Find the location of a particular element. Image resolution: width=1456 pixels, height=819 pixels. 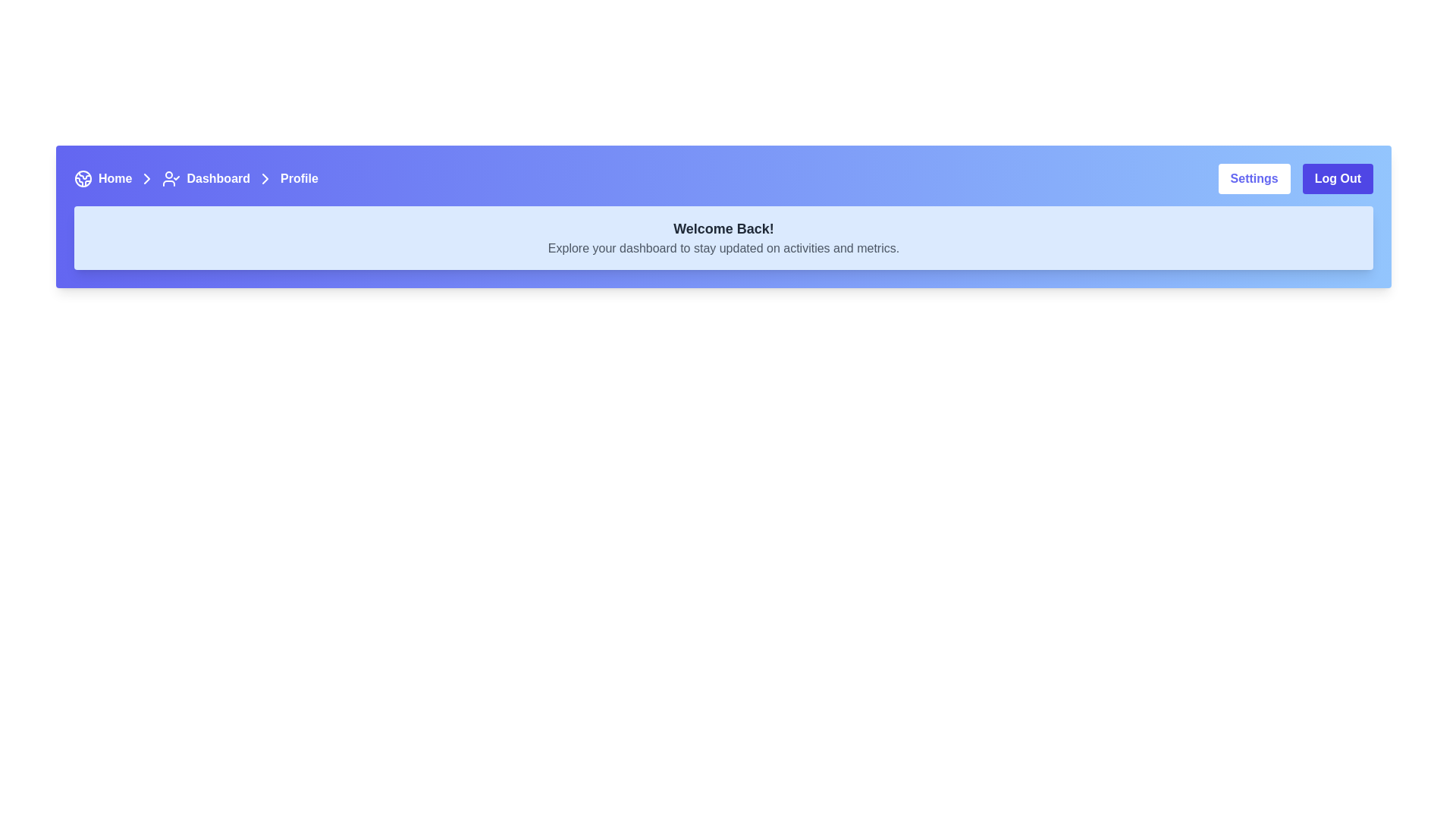

the rightward chevron icon in the breadcrumb navigation bar, which is styled with a linear stroke outline and indicates navigation or progression is located at coordinates (147, 177).